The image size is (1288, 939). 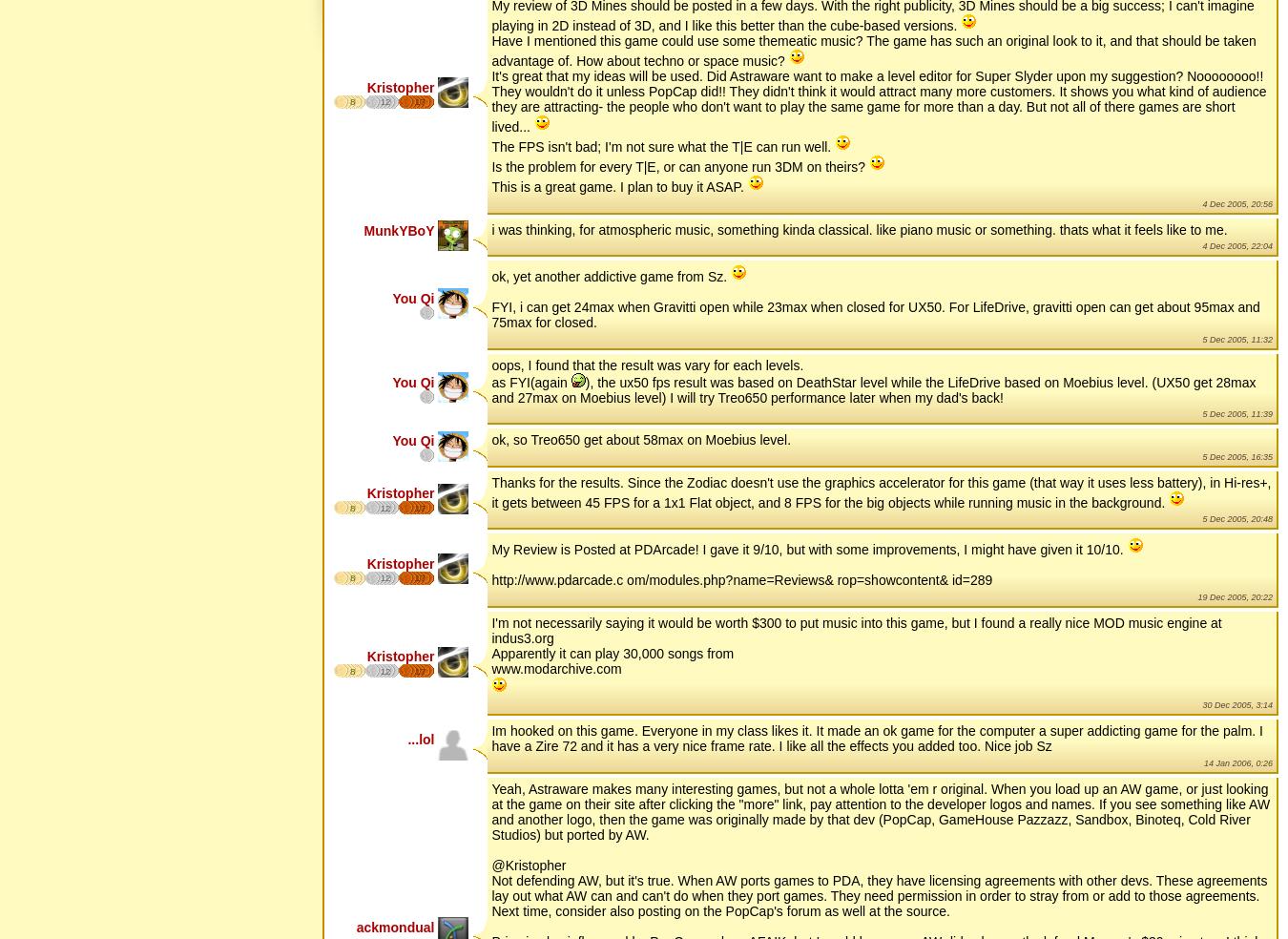 What do you see at coordinates (872, 50) in the screenshot?
I see `'Have I mentioned this game could use some themeatic music? The game has such an original look to it, and that should be taken advantage of. How about techno or space music?'` at bounding box center [872, 50].